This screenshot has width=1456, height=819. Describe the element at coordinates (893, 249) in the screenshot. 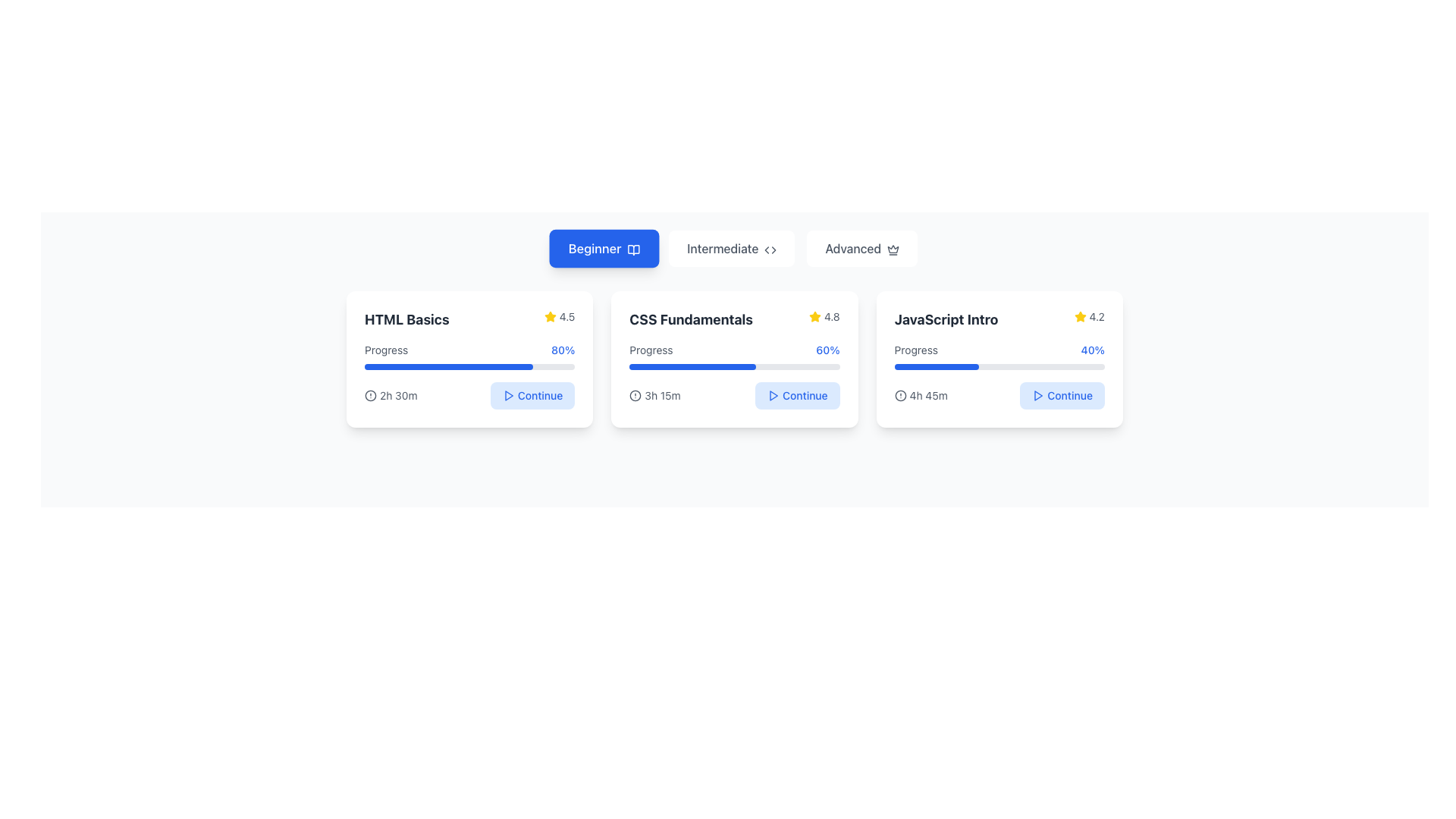

I see `the crown-shaped decorative icon located immediately to the right of the 'Advanced' text label` at that location.